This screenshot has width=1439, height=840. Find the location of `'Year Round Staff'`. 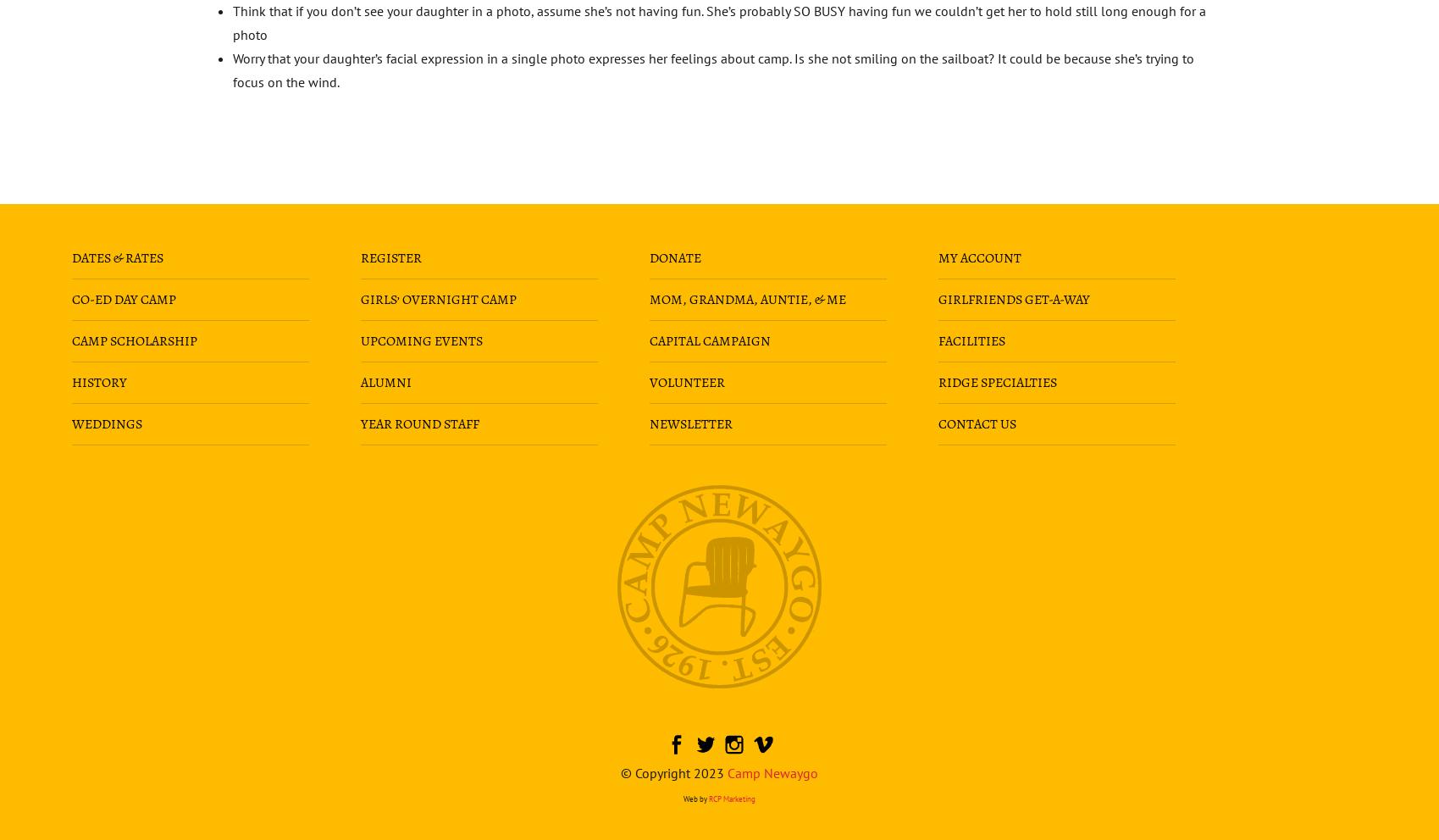

'Year Round Staff' is located at coordinates (418, 422).